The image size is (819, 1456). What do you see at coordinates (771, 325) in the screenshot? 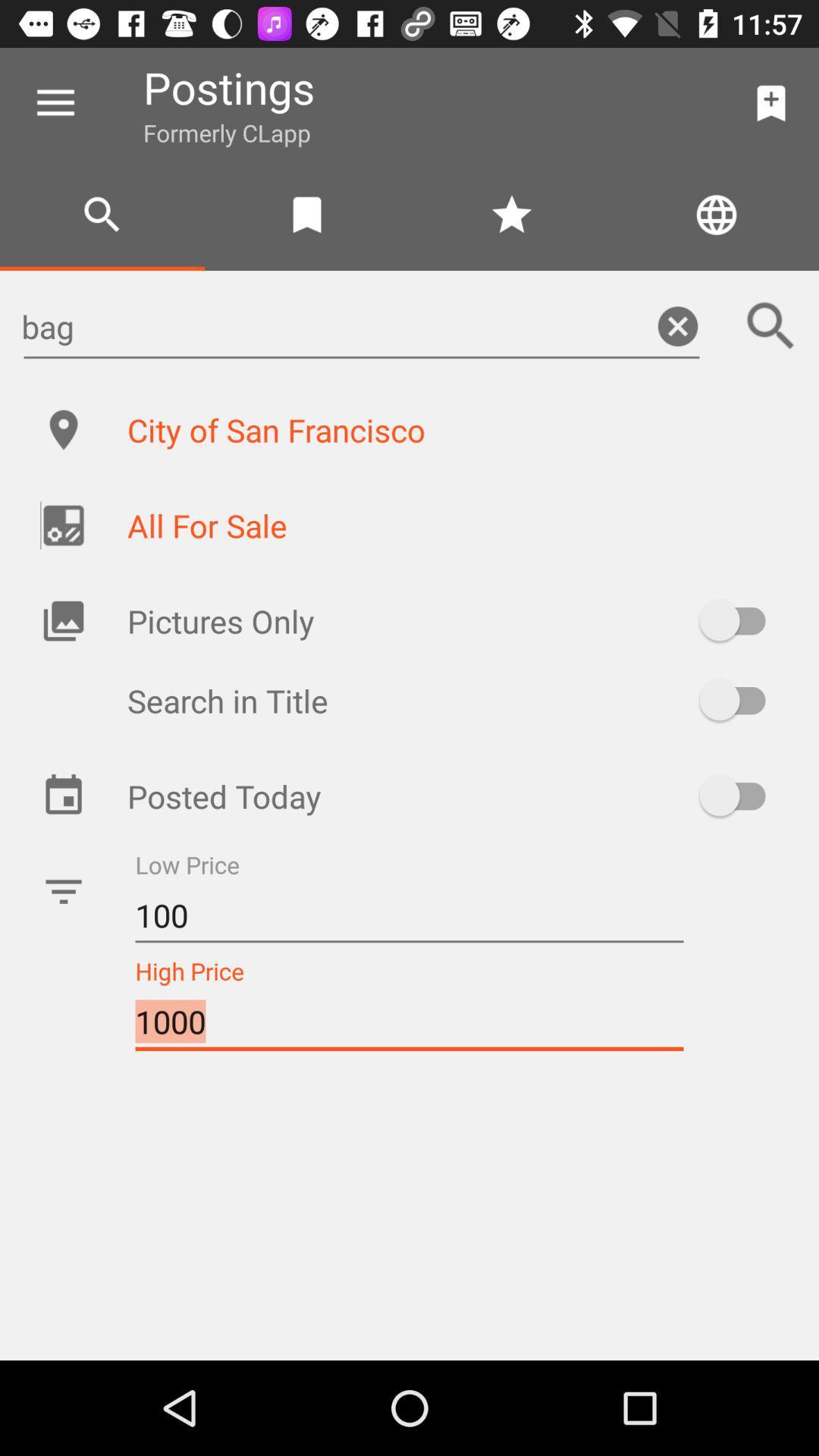
I see `search box` at bounding box center [771, 325].